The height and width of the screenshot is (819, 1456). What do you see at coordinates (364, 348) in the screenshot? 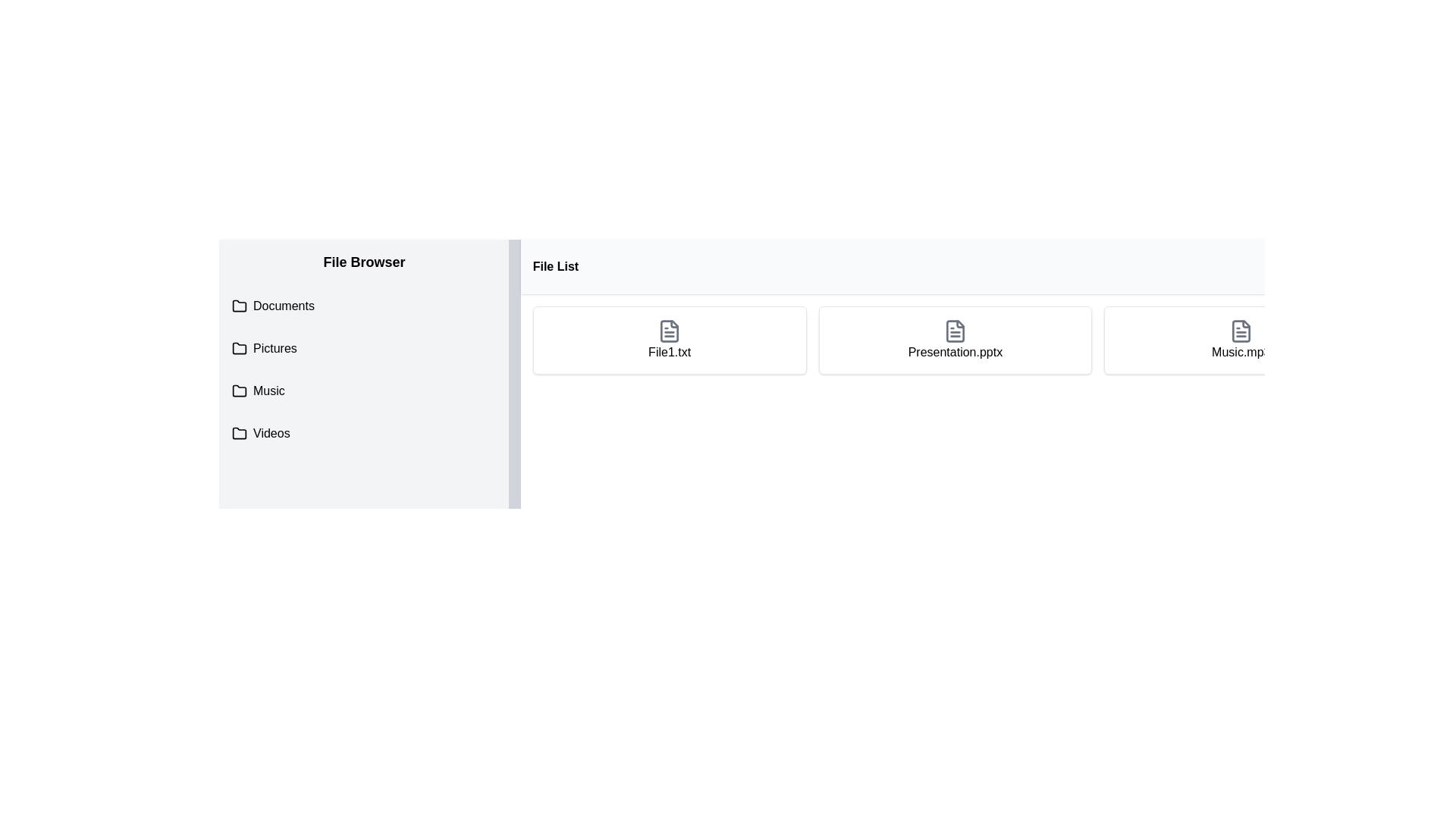
I see `the 'Pictures' list item in the left sidebar of the File Browser to observe the hover effect` at bounding box center [364, 348].